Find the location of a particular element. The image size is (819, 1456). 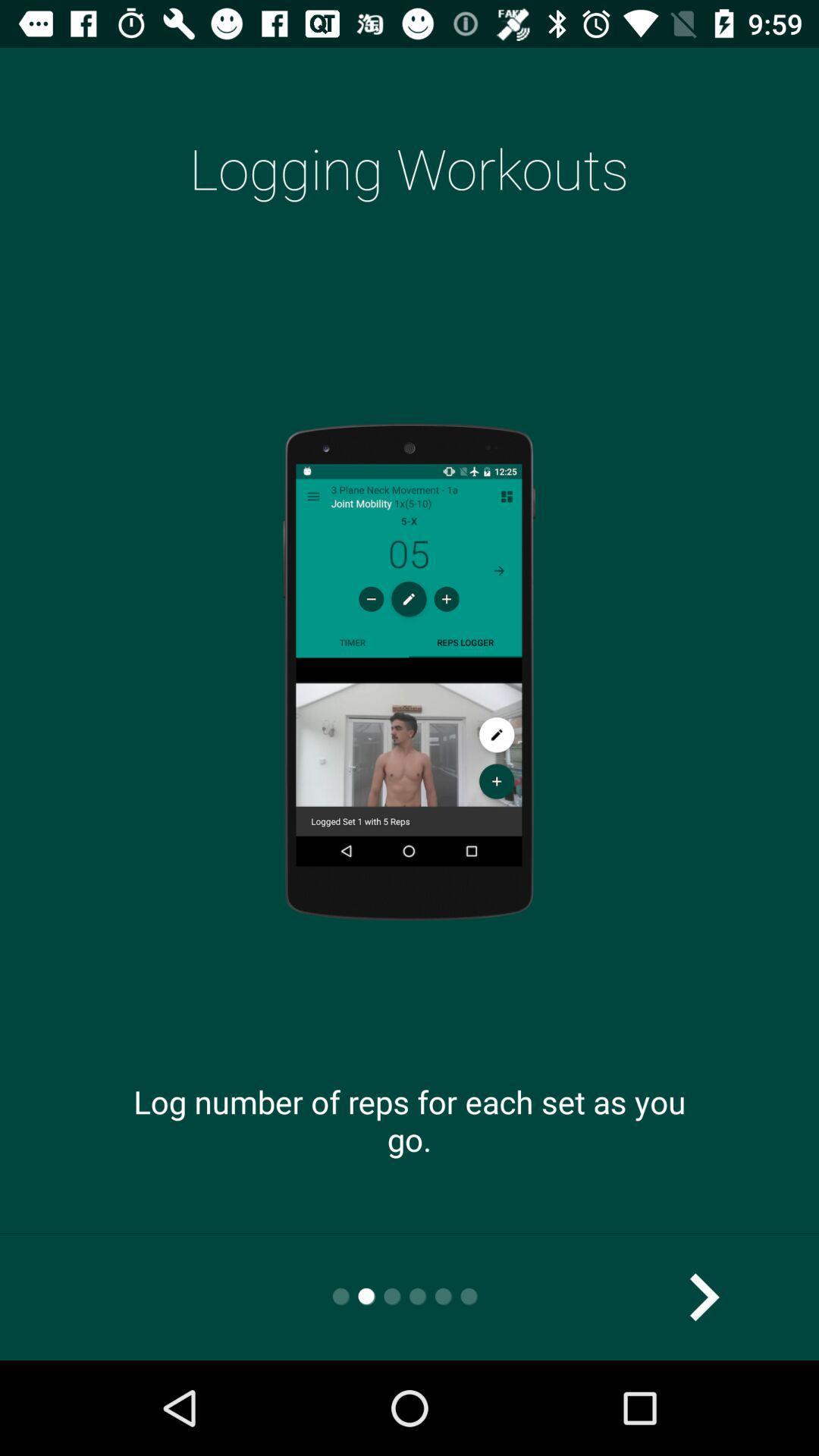

the arrow_forward icon is located at coordinates (703, 1296).